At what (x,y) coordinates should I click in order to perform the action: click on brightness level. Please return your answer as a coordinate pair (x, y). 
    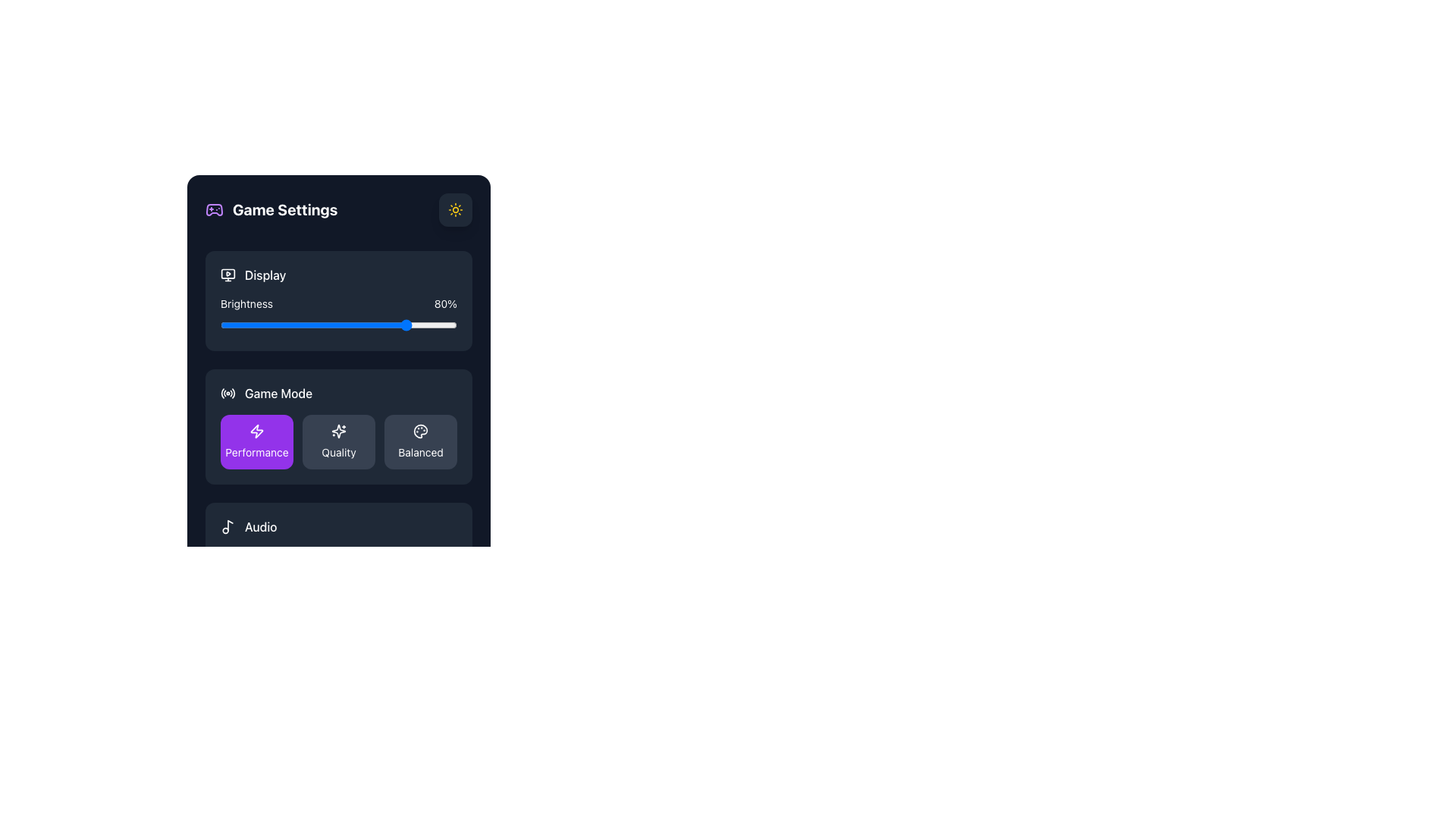
    Looking at the image, I should click on (222, 324).